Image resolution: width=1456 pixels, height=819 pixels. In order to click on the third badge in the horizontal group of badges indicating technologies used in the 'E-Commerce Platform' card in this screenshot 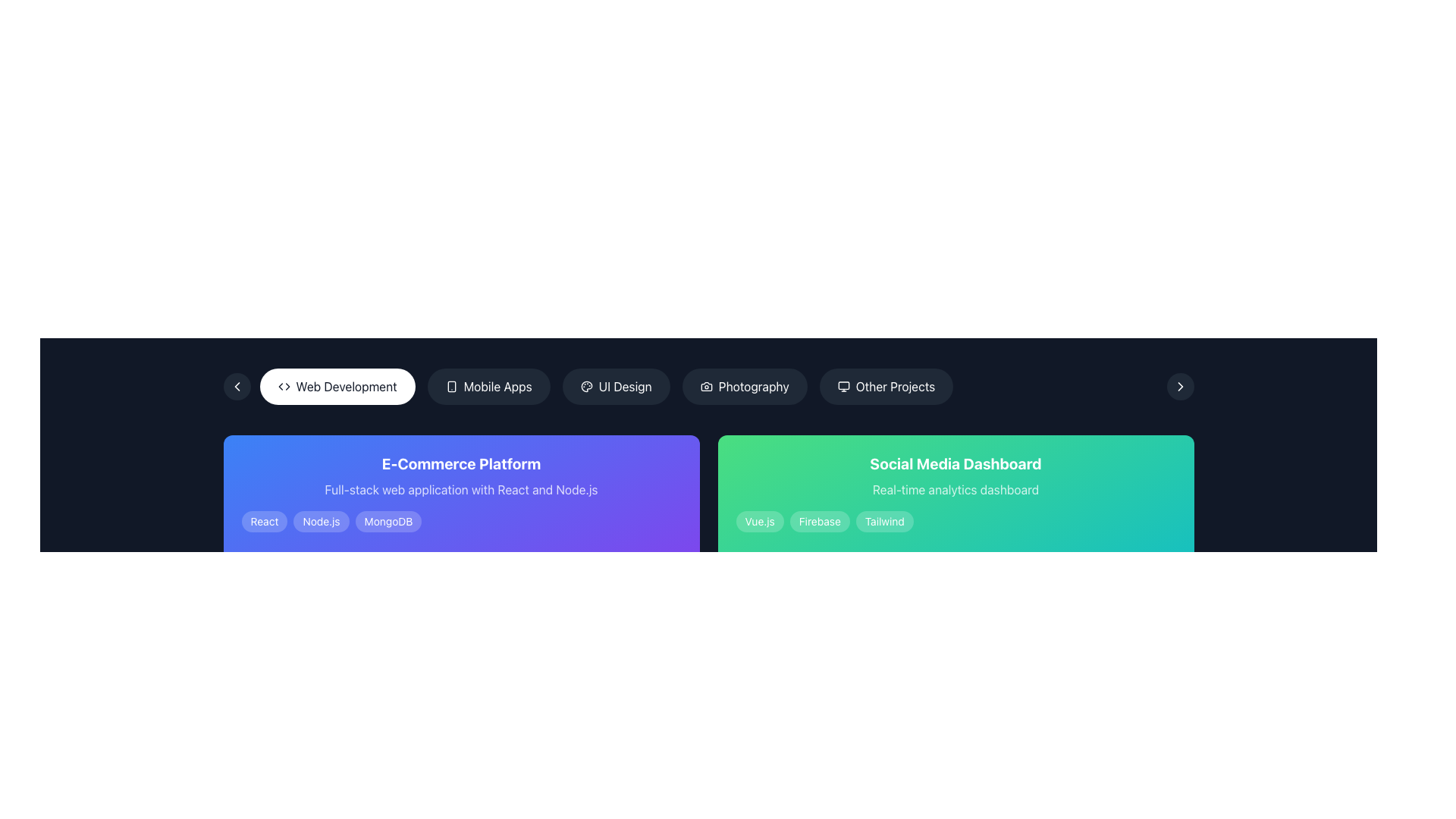, I will do `click(388, 520)`.